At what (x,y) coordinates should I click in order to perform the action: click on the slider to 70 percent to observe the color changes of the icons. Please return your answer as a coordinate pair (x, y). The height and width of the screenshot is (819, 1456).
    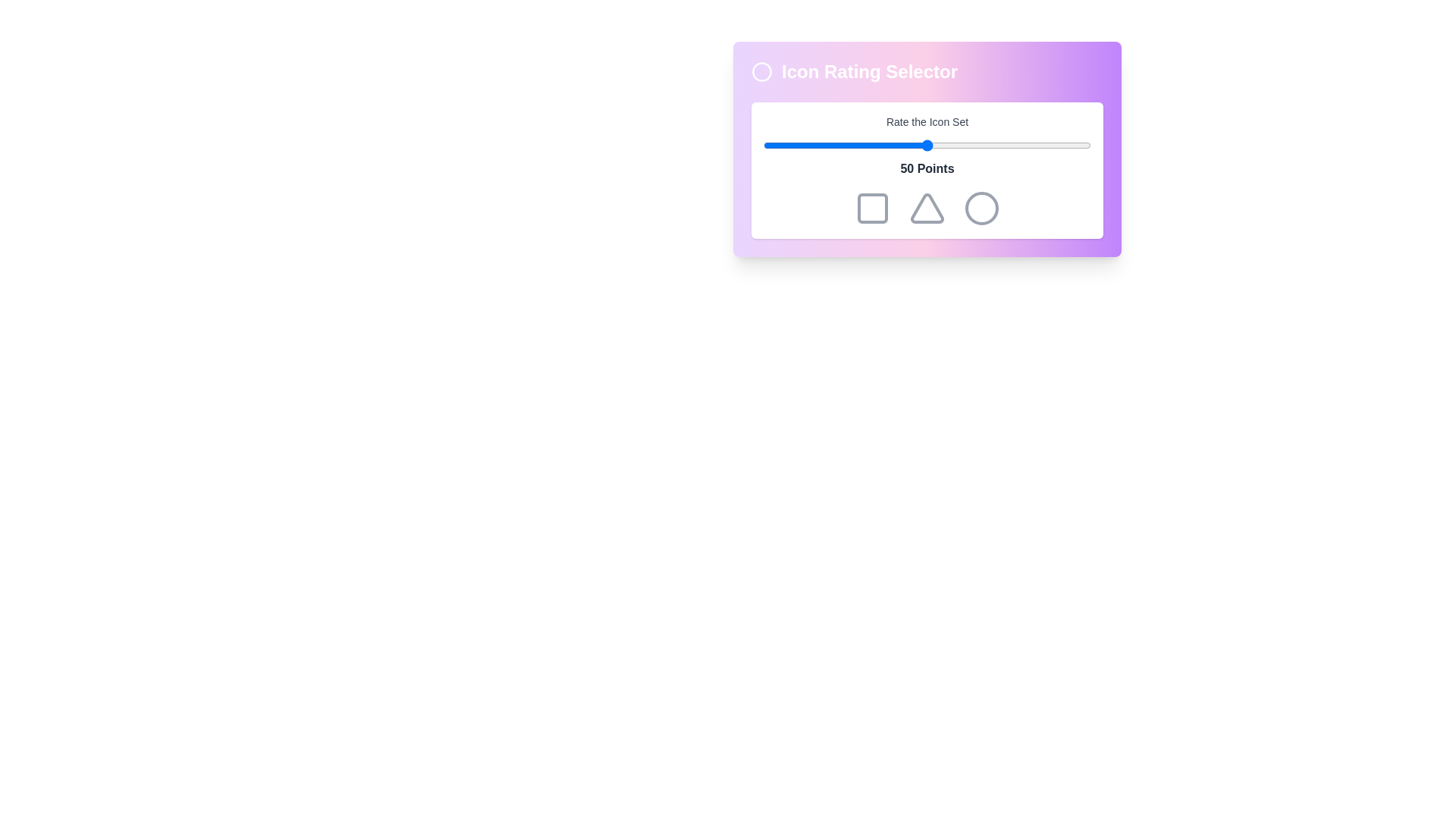
    Looking at the image, I should click on (993, 146).